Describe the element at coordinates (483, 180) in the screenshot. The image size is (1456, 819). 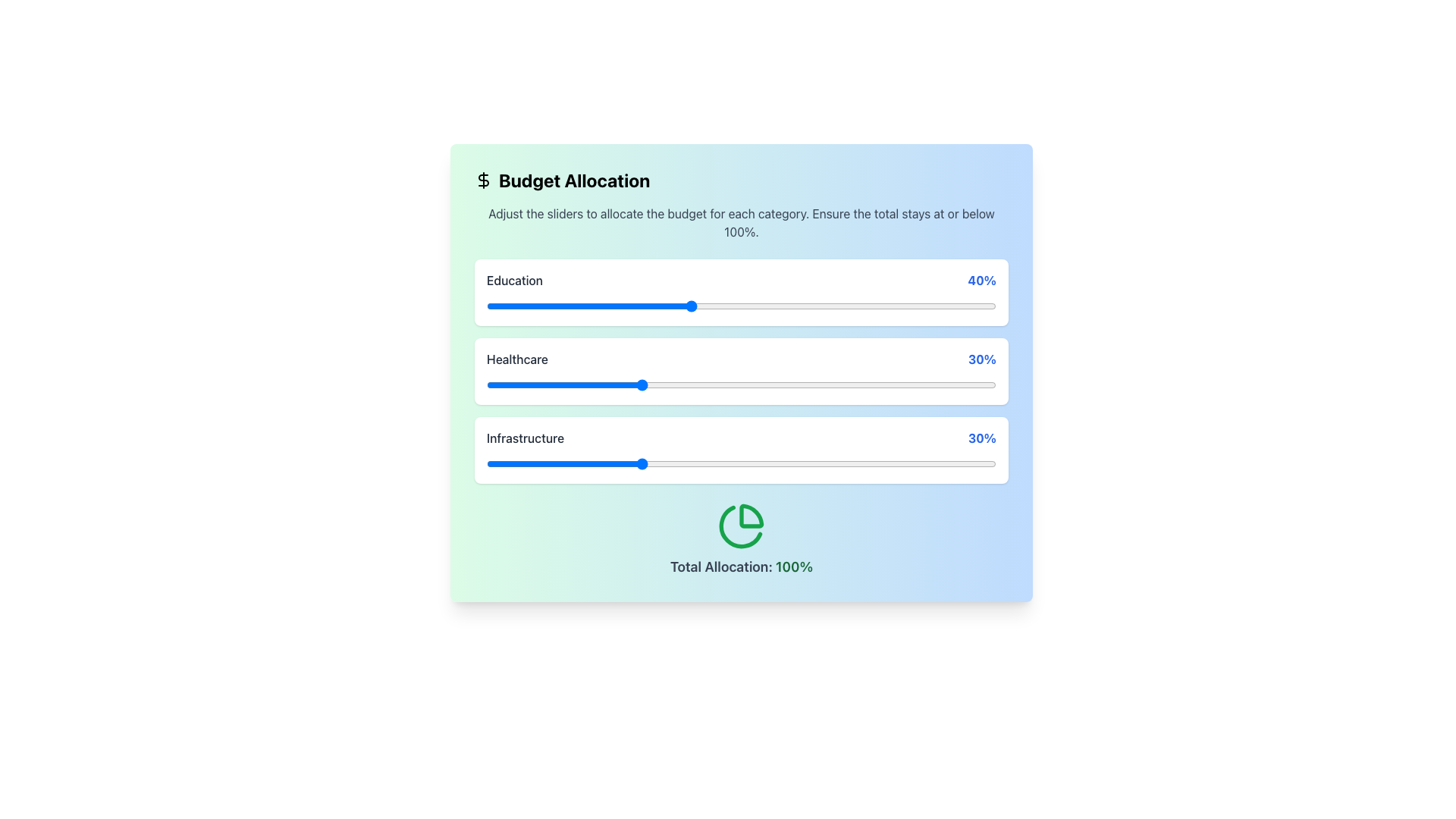
I see `the dollar sign icon styled in line art, located to the left of the 'Budget Allocation' heading text` at that location.